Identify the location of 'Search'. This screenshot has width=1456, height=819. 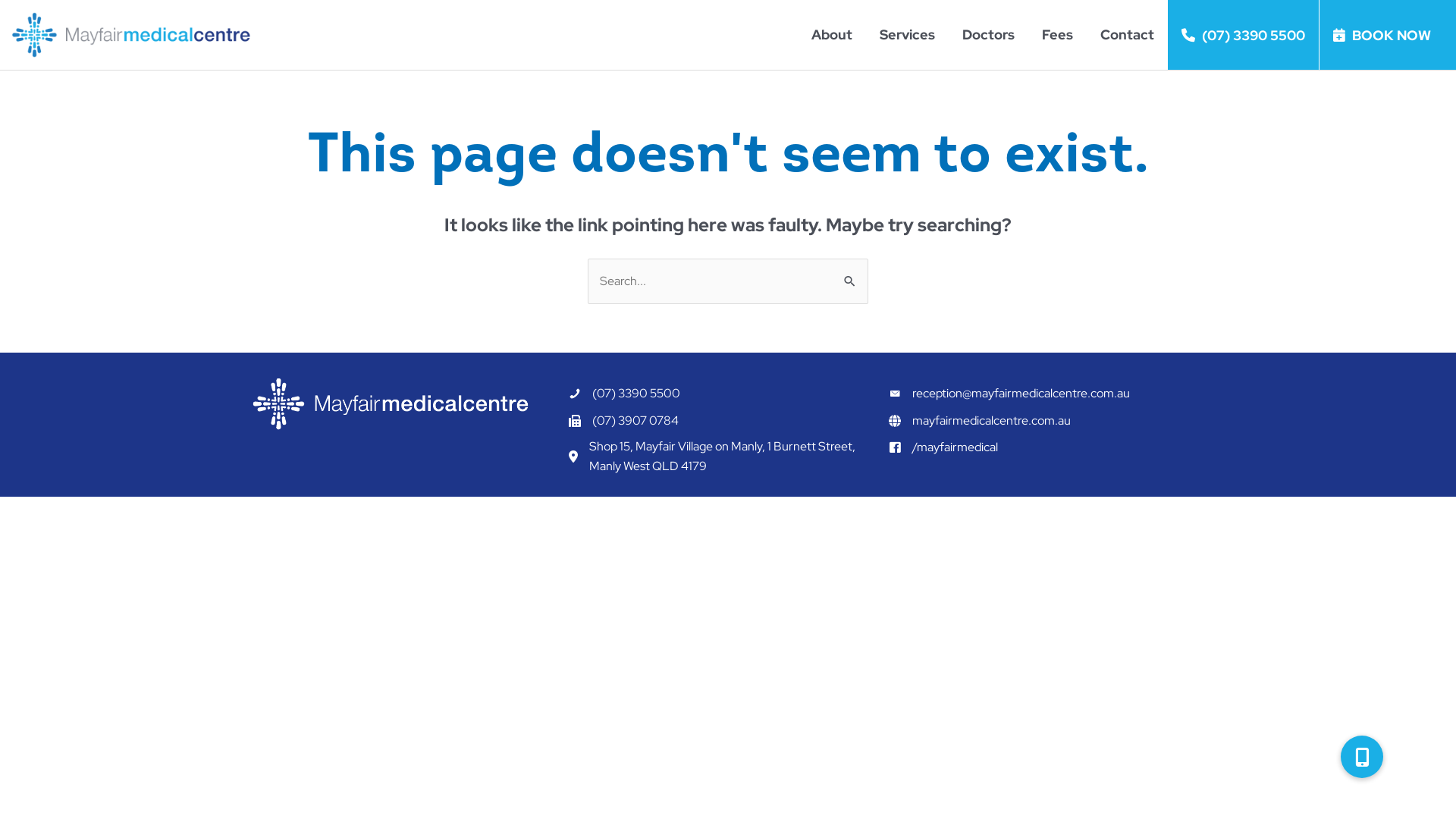
(851, 275).